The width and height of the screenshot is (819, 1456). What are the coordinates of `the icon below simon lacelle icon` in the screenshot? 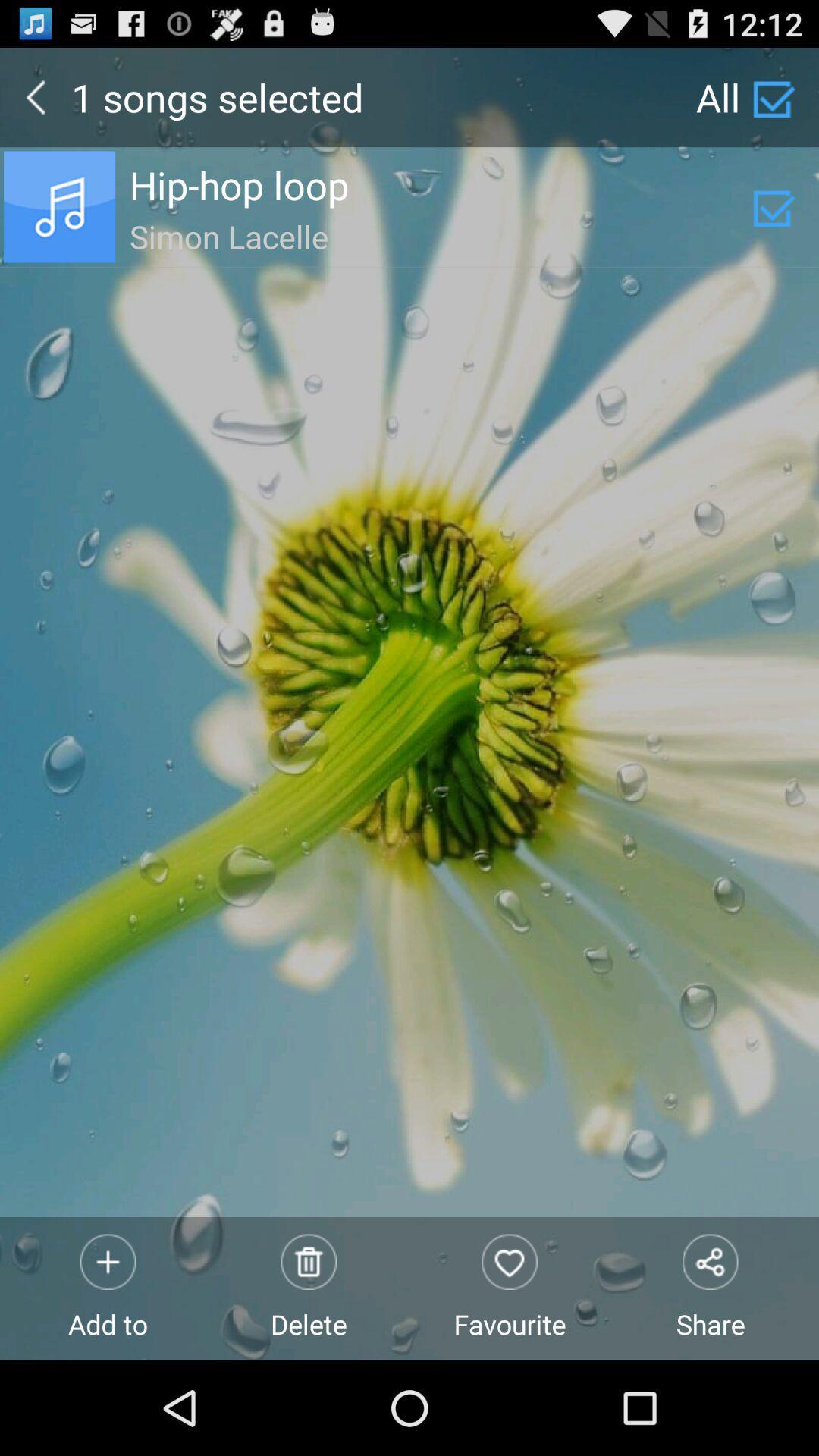 It's located at (510, 1288).